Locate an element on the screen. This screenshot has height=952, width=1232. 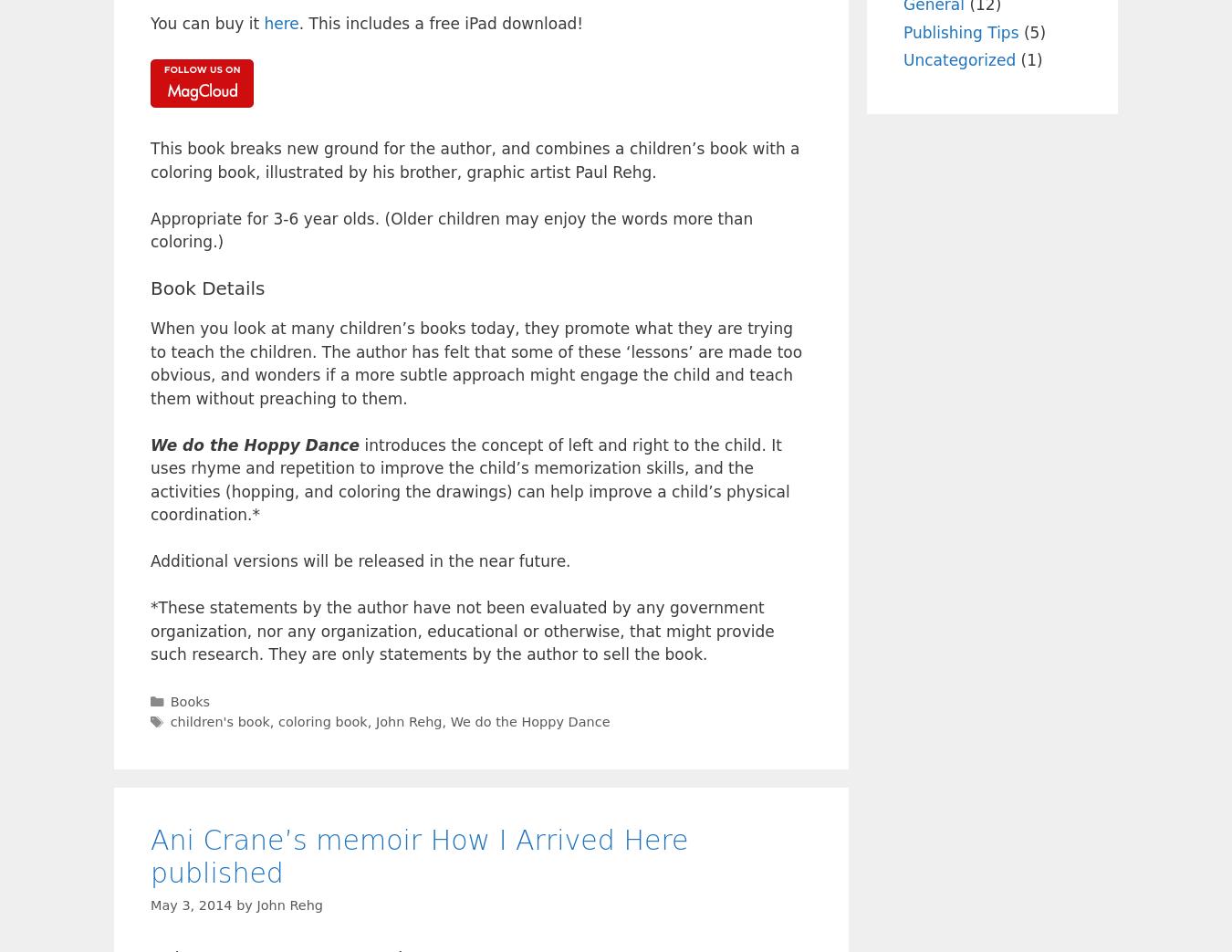
'by' is located at coordinates (235, 904).